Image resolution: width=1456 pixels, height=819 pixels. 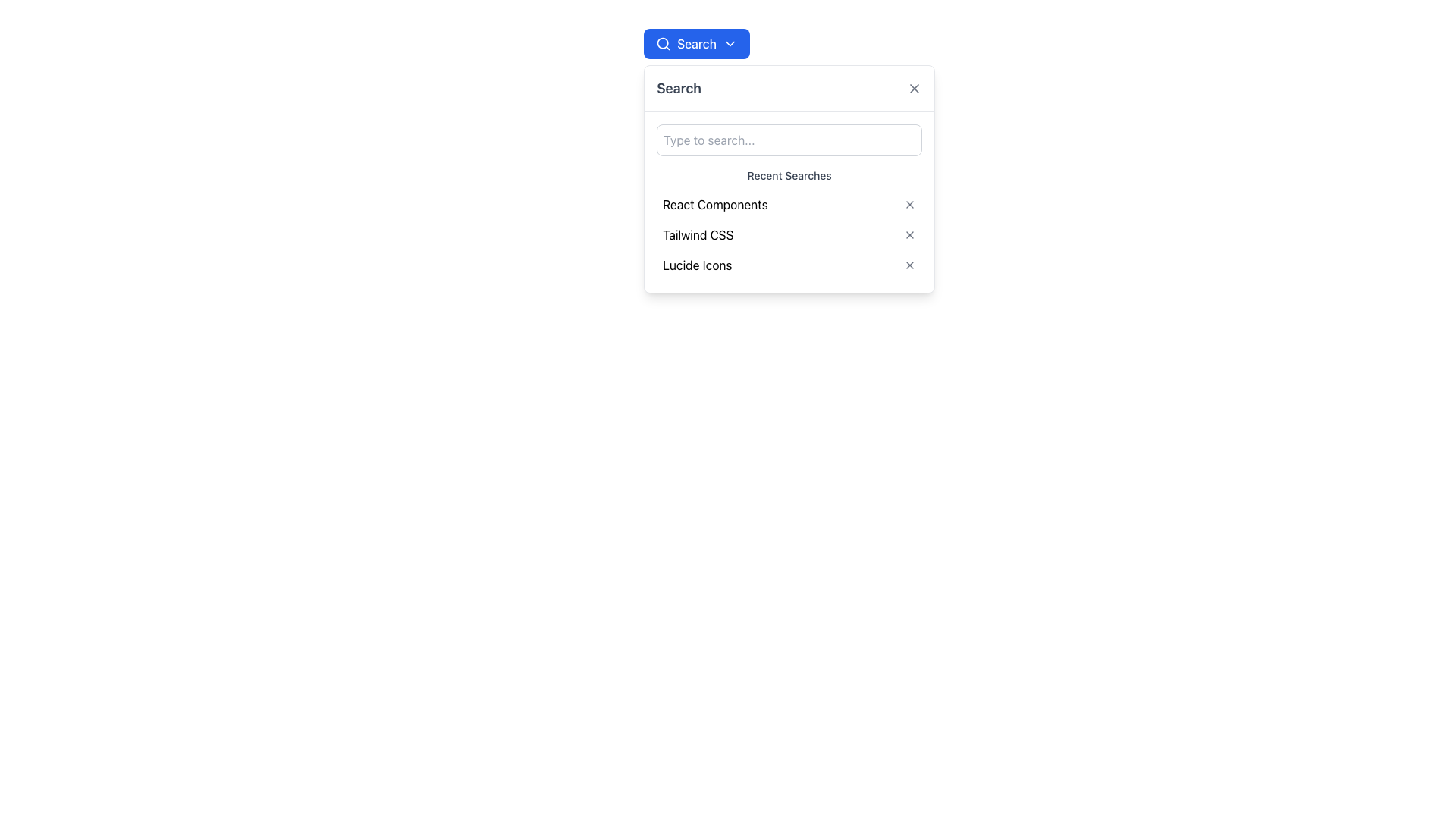 What do you see at coordinates (678, 88) in the screenshot?
I see `the text label that serves as a title for the dropdown interface, located at the top left of the dropdown panel` at bounding box center [678, 88].